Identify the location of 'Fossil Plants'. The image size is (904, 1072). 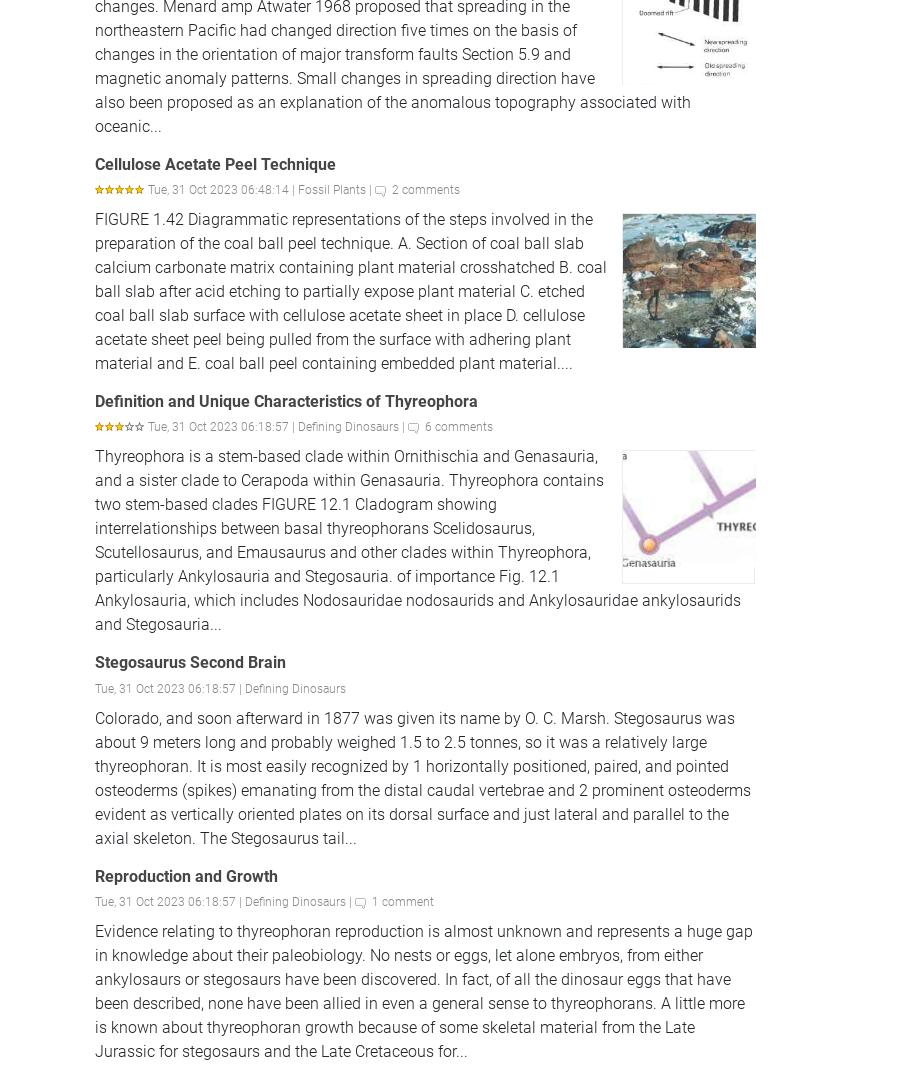
(332, 188).